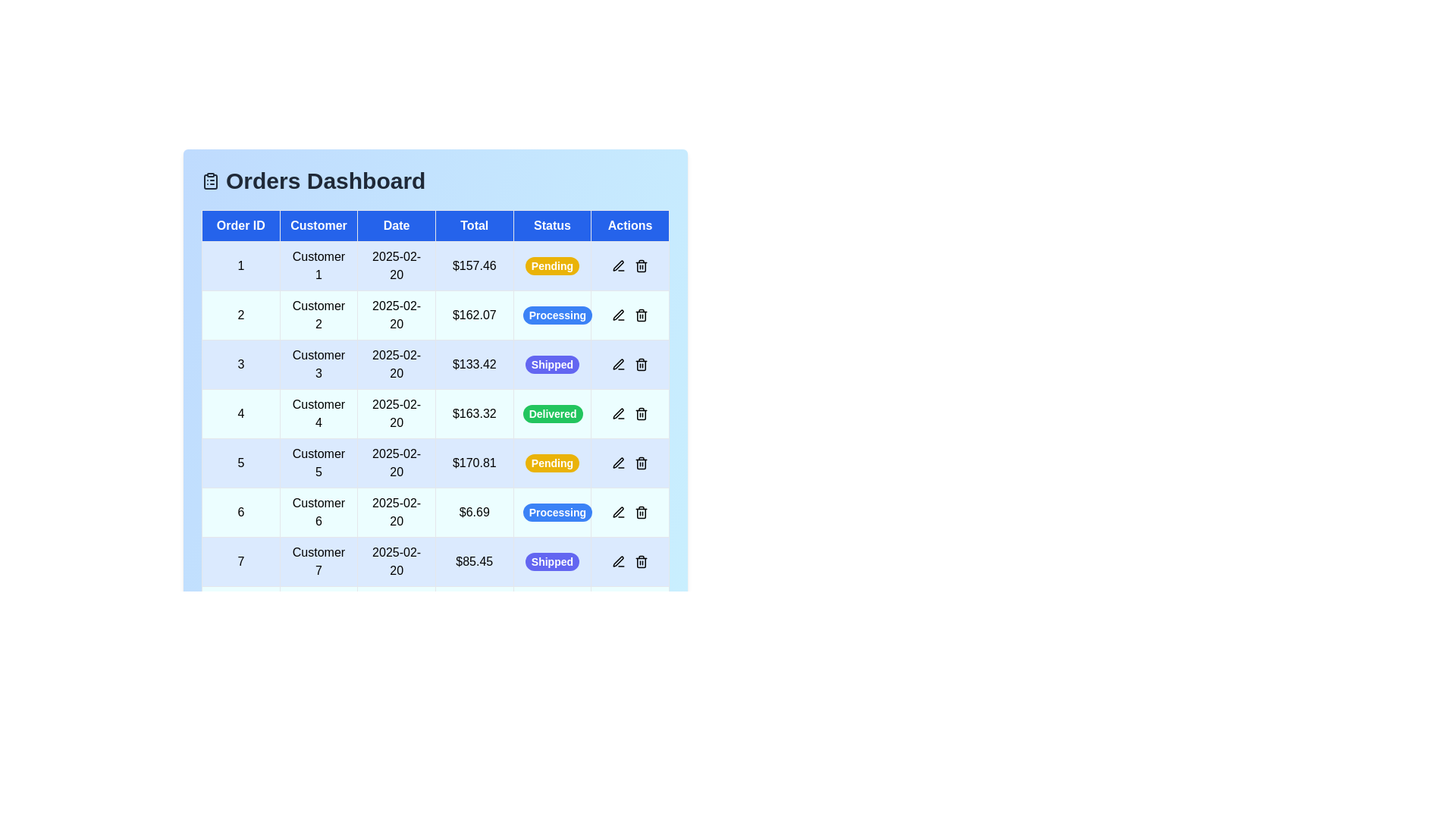 This screenshot has height=819, width=1456. What do you see at coordinates (619, 265) in the screenshot?
I see `the edit icon in the 'Actions' column for the order with ID 1` at bounding box center [619, 265].